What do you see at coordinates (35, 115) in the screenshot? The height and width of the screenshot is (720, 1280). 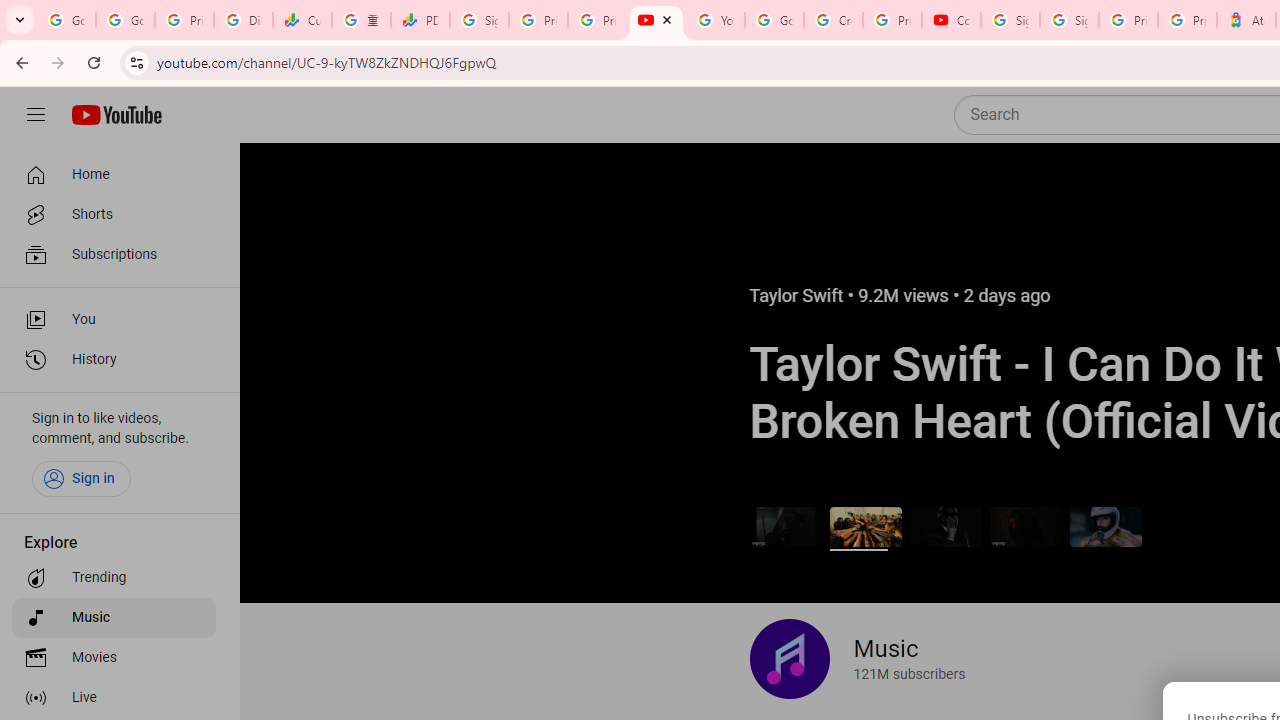 I see `'Guide'` at bounding box center [35, 115].